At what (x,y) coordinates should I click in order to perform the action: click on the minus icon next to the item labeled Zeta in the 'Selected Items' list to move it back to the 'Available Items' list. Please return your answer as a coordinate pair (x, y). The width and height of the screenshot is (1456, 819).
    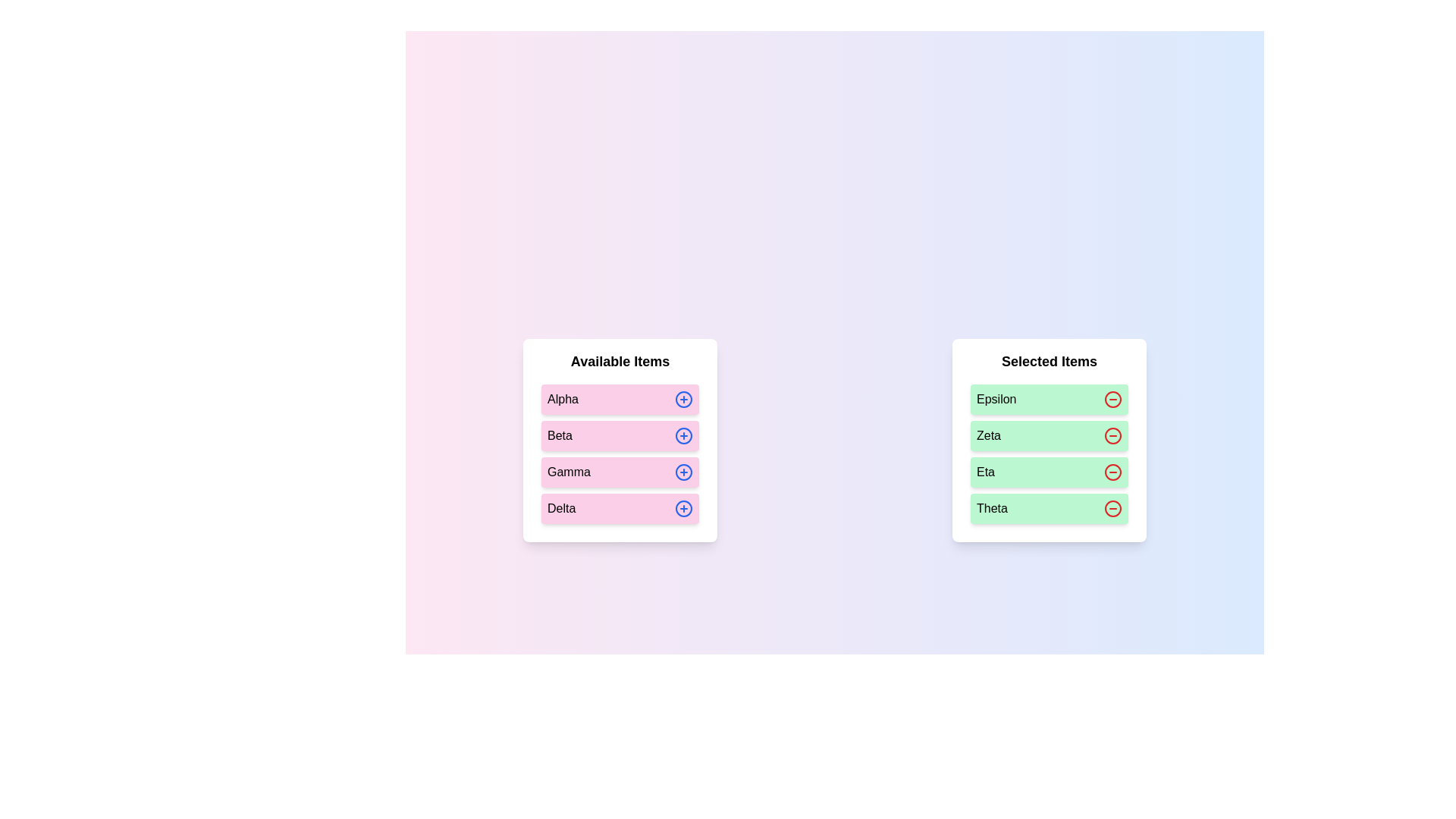
    Looking at the image, I should click on (1113, 435).